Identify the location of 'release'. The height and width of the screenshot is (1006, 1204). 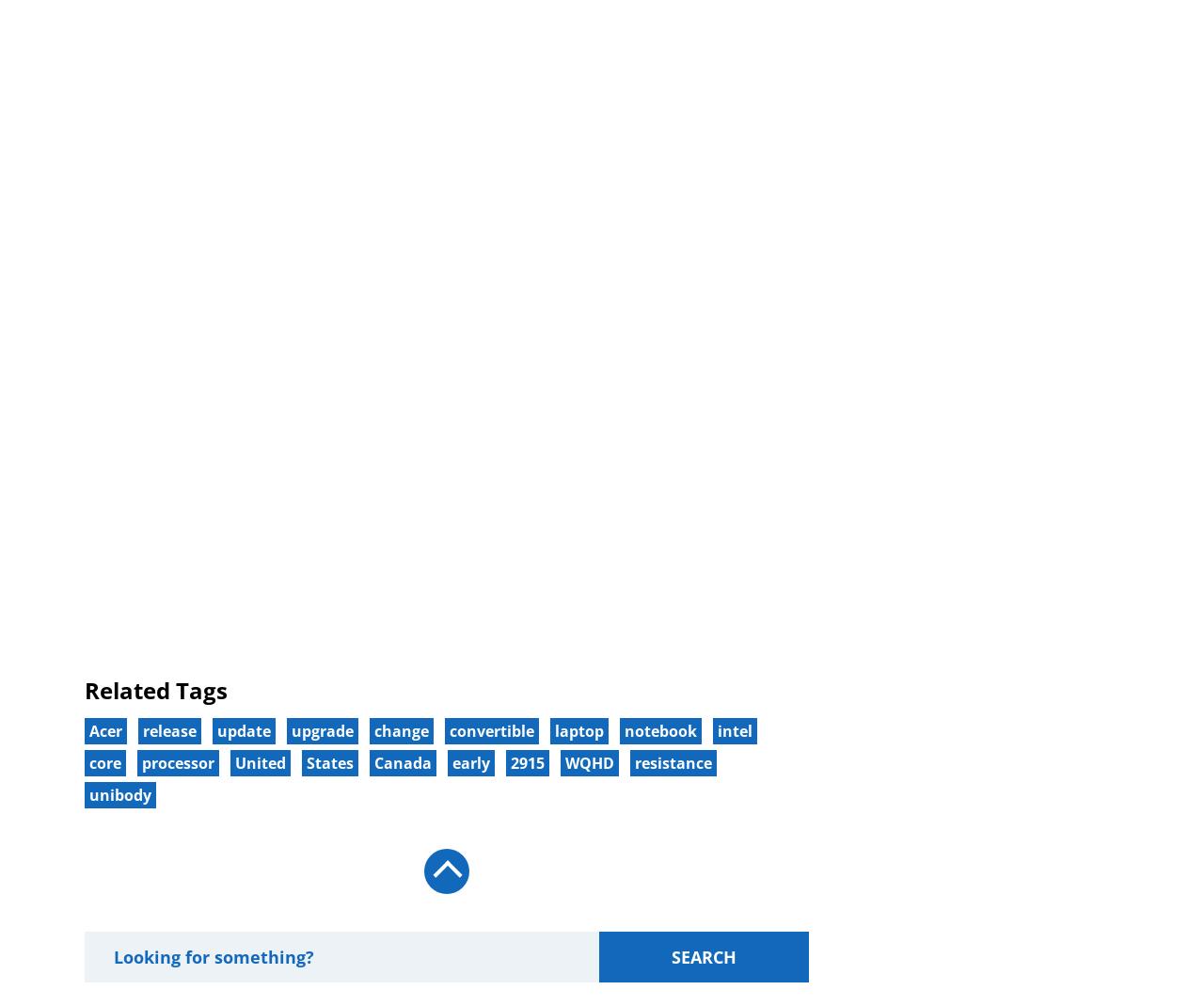
(169, 729).